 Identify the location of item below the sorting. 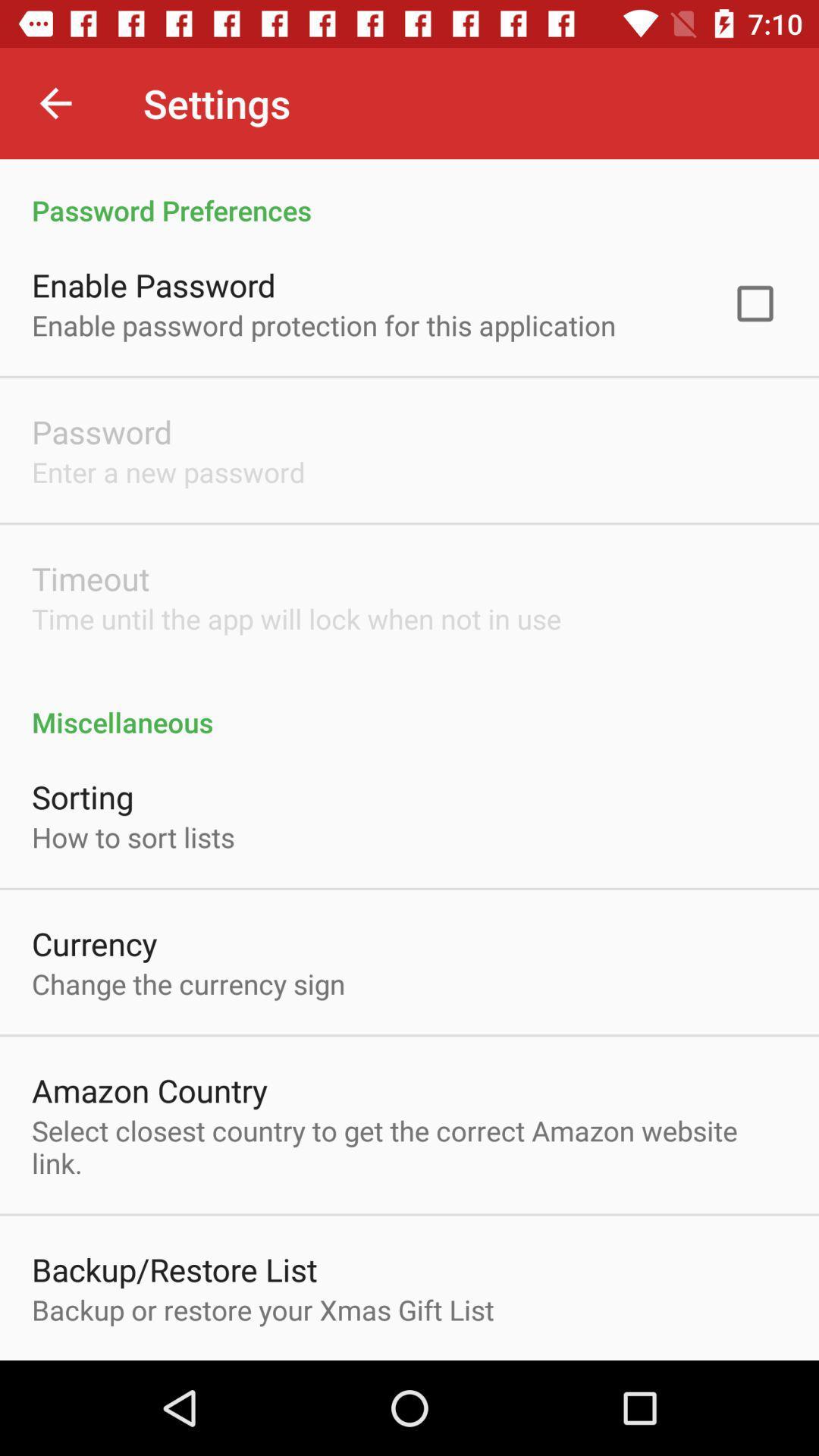
(132, 836).